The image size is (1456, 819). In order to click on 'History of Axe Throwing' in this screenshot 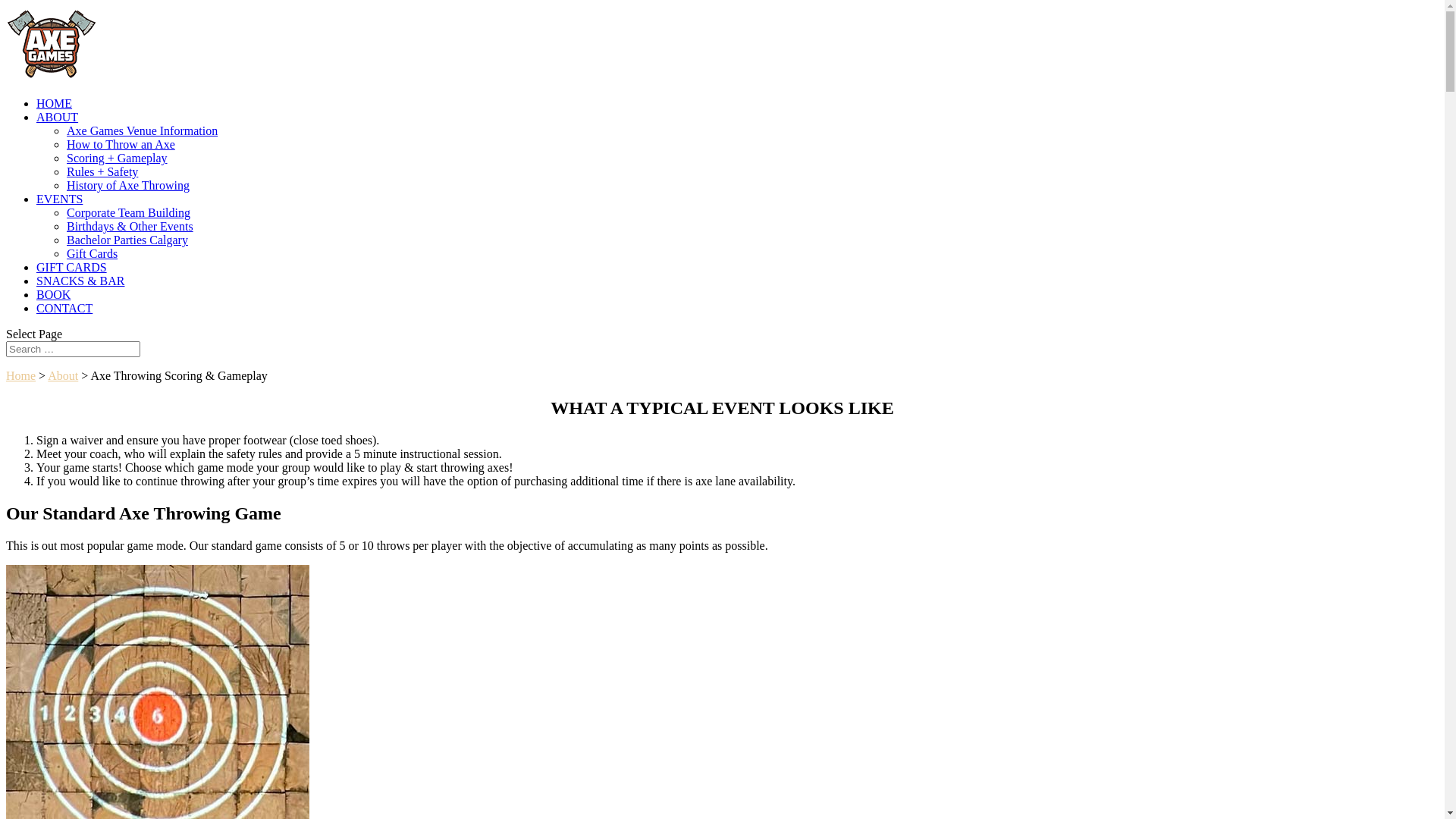, I will do `click(65, 184)`.